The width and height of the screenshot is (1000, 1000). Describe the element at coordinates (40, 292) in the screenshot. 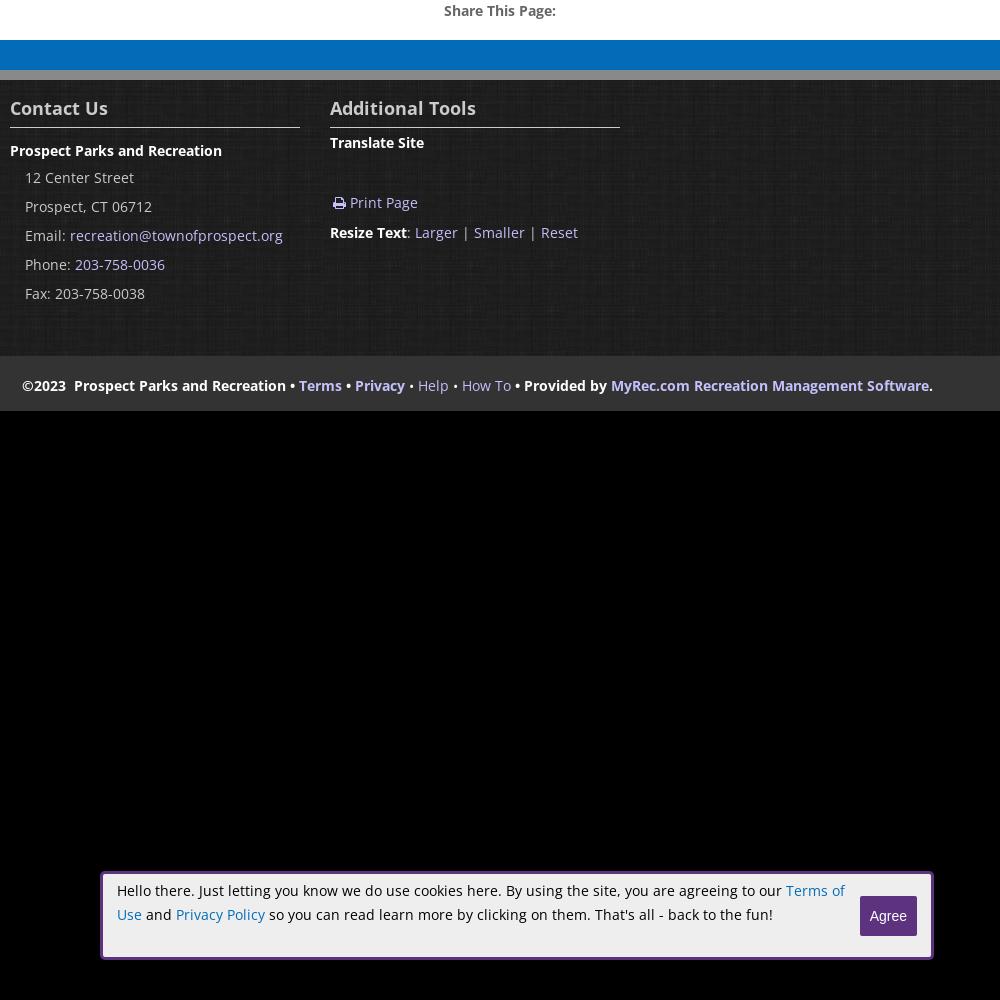

I see `'Fax:'` at that location.